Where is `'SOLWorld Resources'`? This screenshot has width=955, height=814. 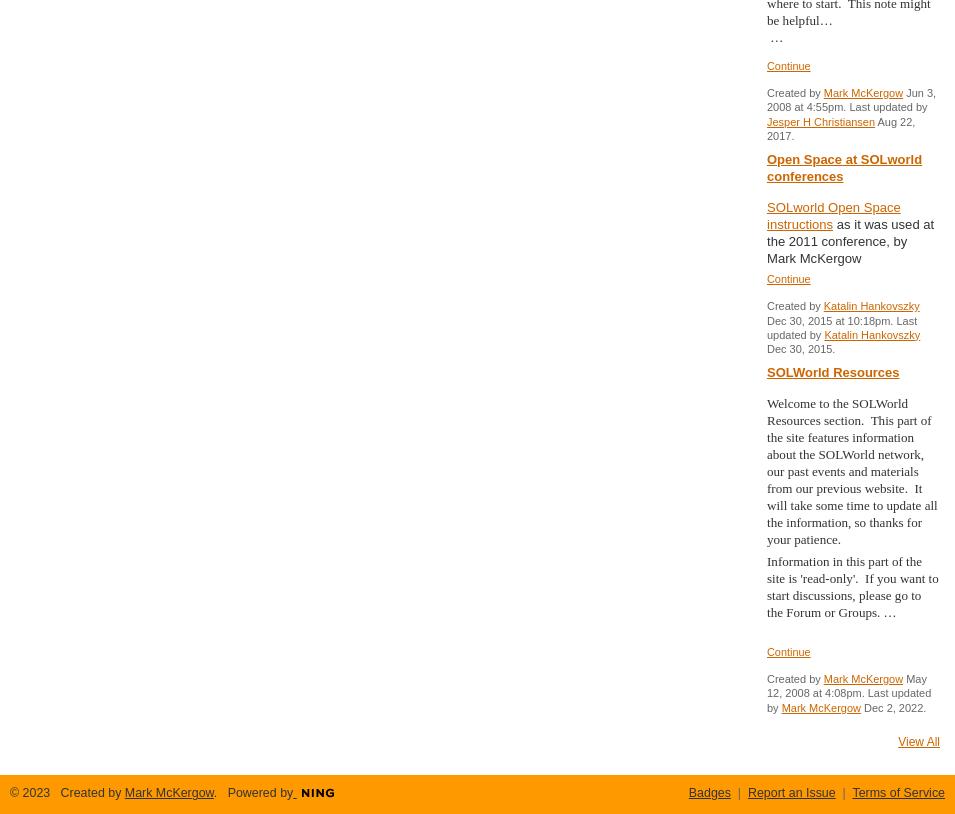 'SOLWorld Resources' is located at coordinates (833, 372).